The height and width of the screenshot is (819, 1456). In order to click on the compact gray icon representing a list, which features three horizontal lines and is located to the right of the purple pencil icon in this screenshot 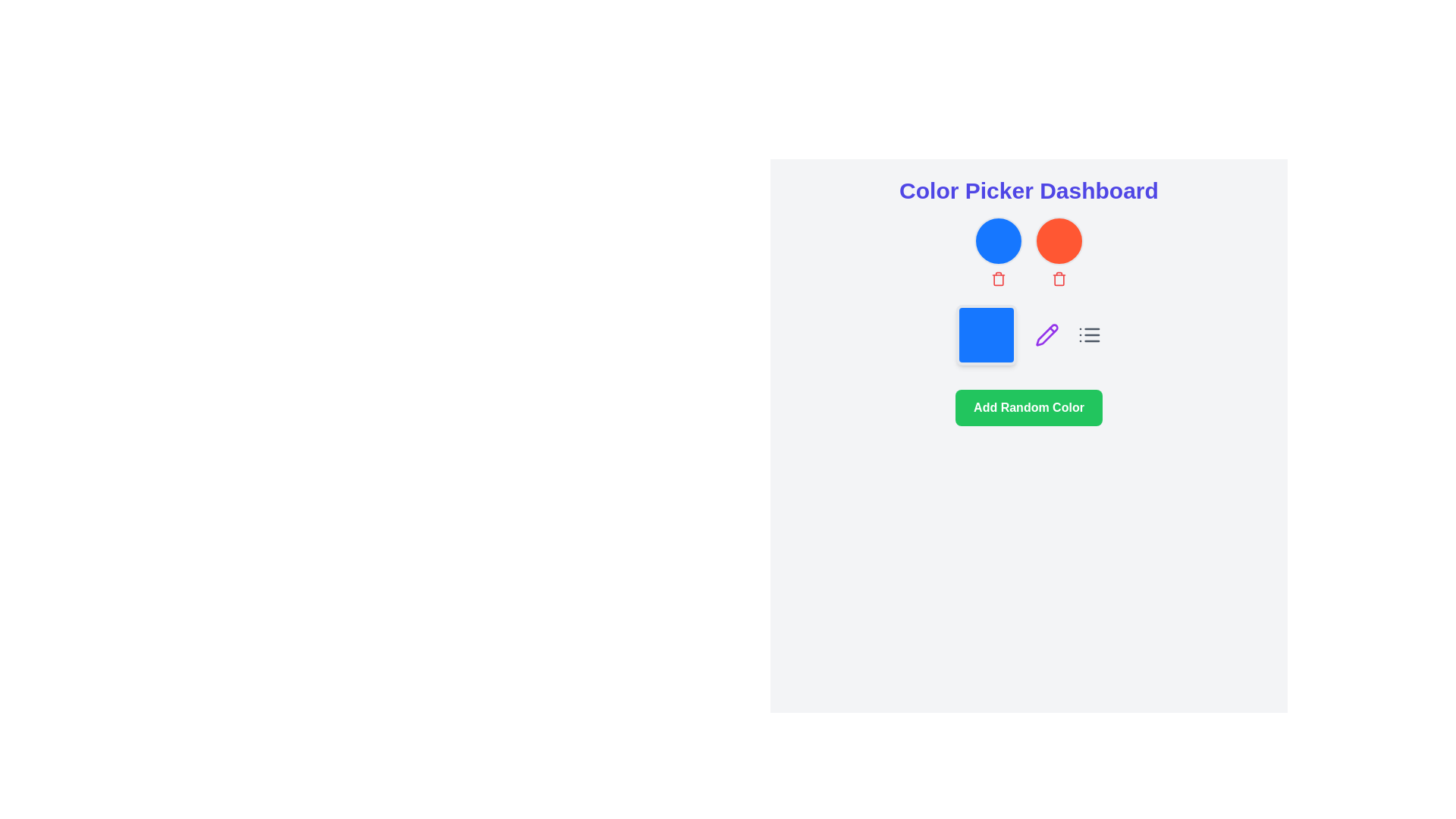, I will do `click(1088, 334)`.